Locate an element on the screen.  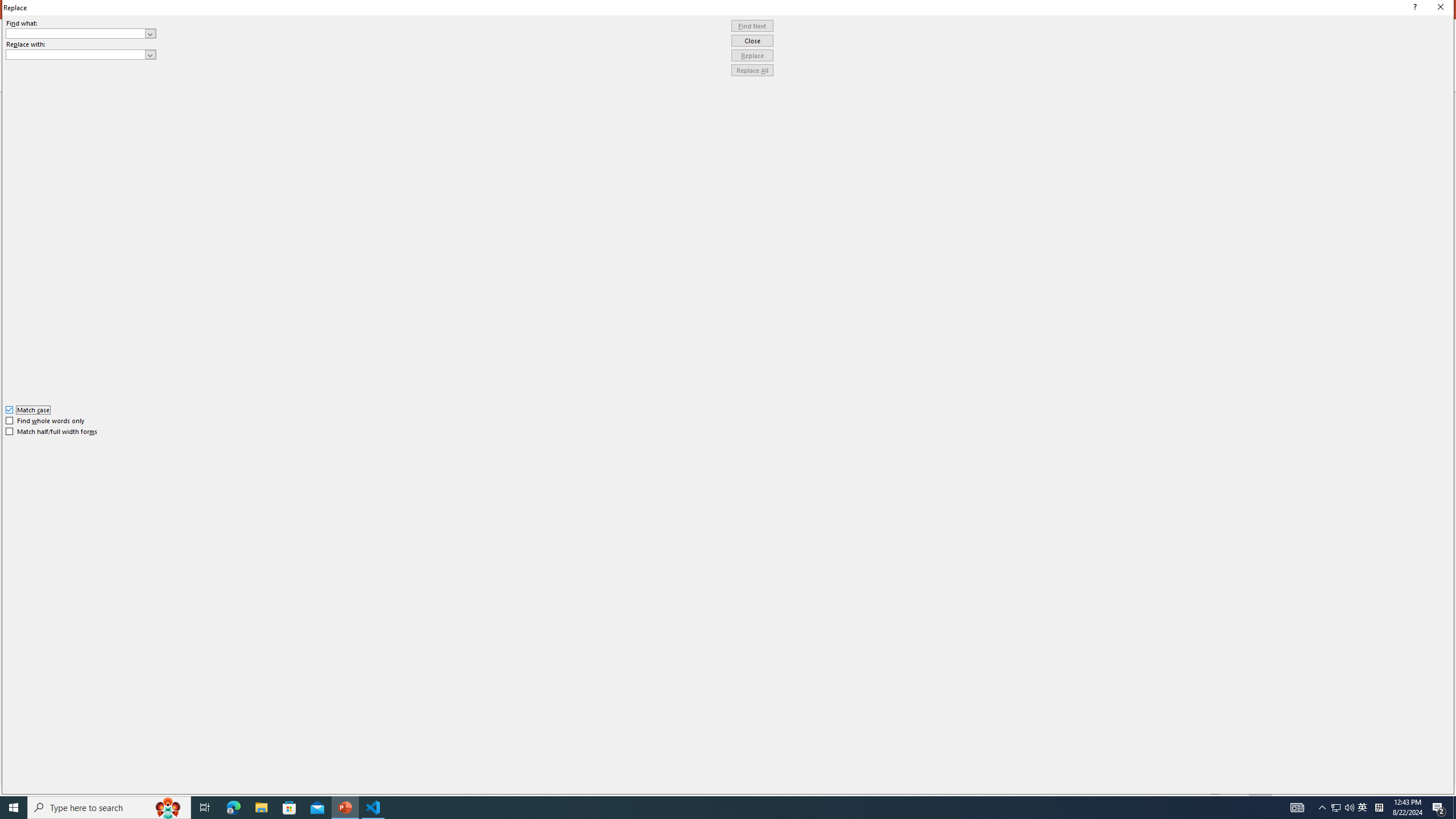
'Replace All' is located at coordinates (752, 69).